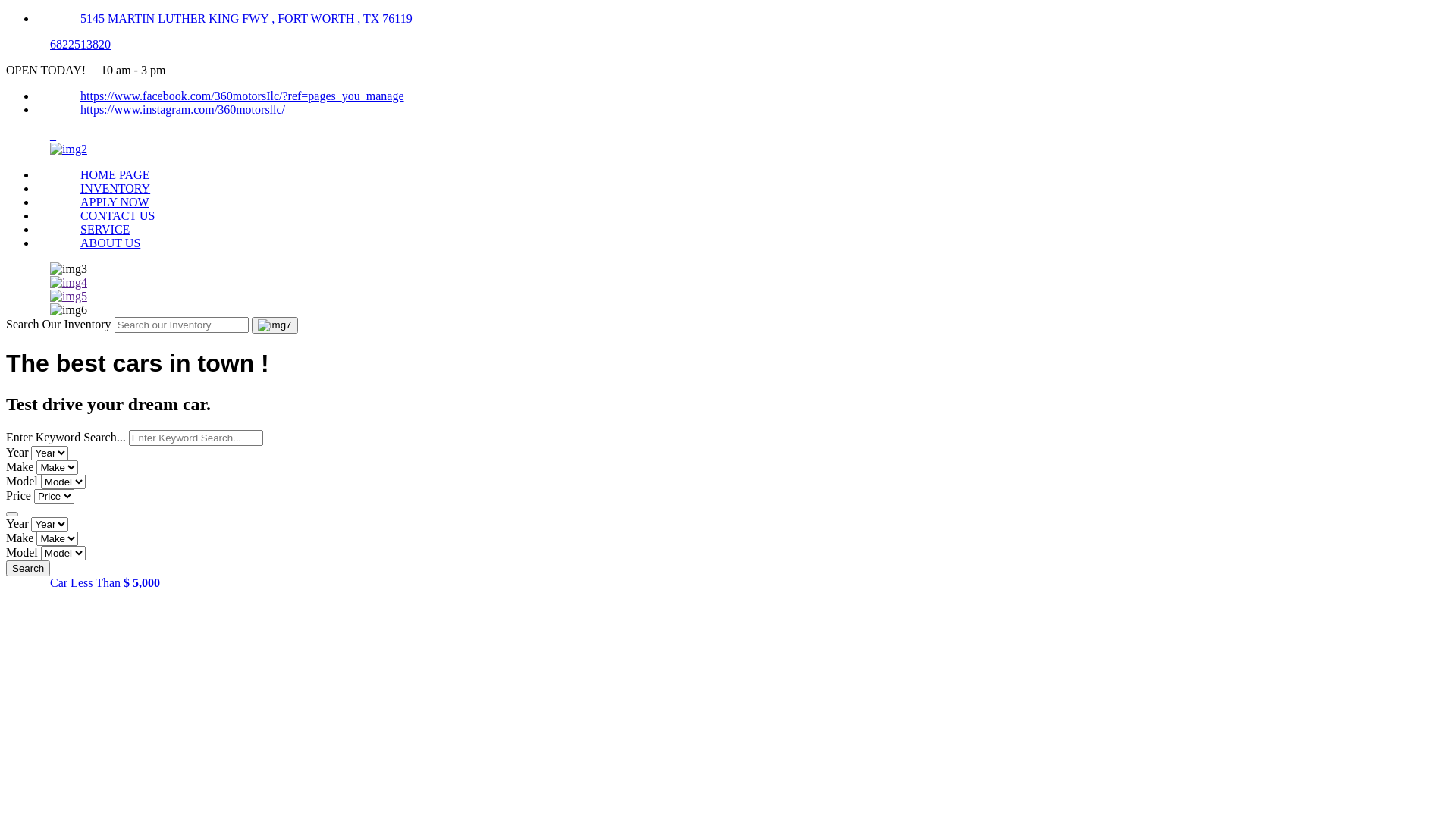 The image size is (1456, 819). What do you see at coordinates (114, 201) in the screenshot?
I see `'APPLY NOW'` at bounding box center [114, 201].